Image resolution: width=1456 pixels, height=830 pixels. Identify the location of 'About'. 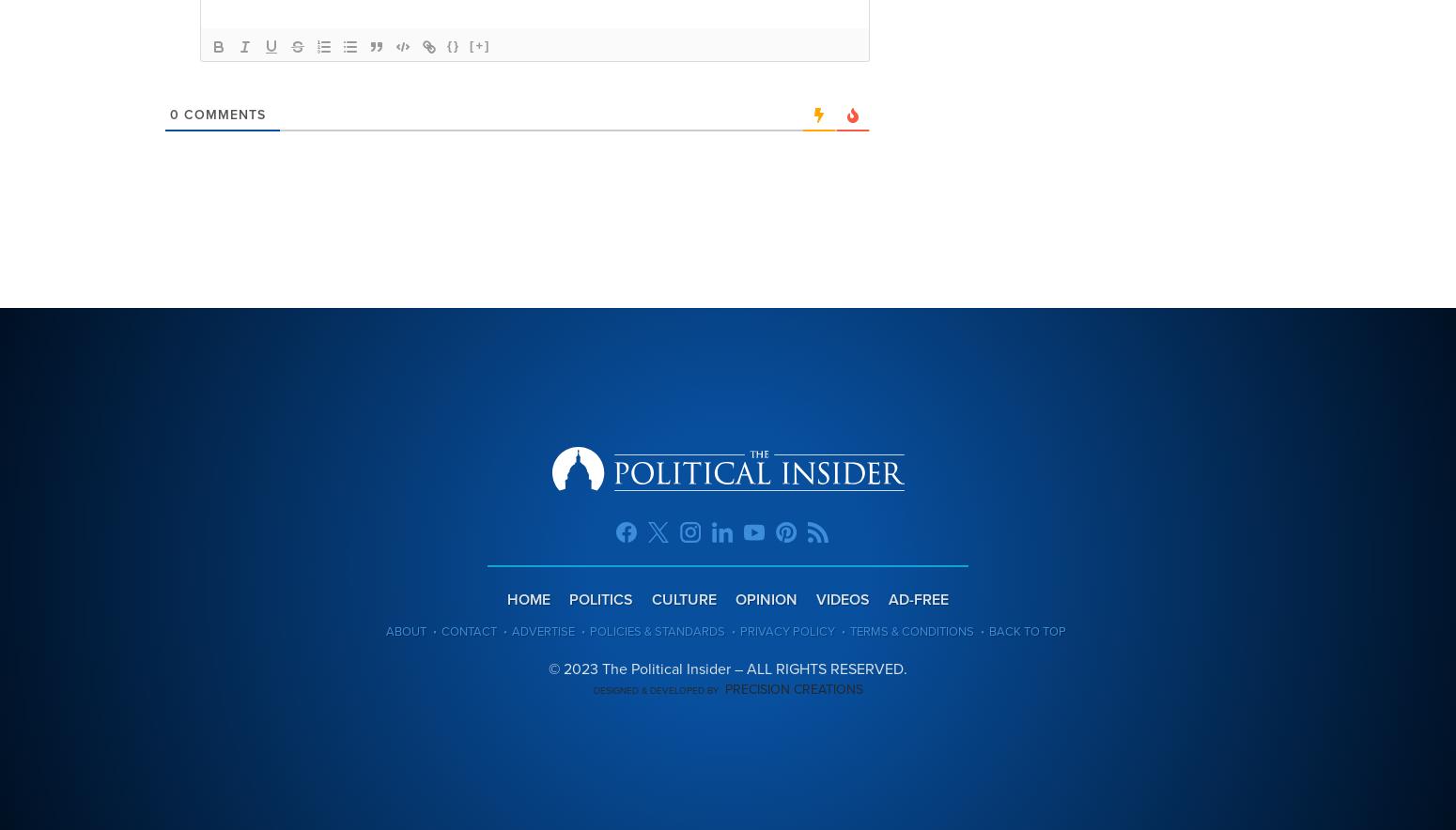
(405, 631).